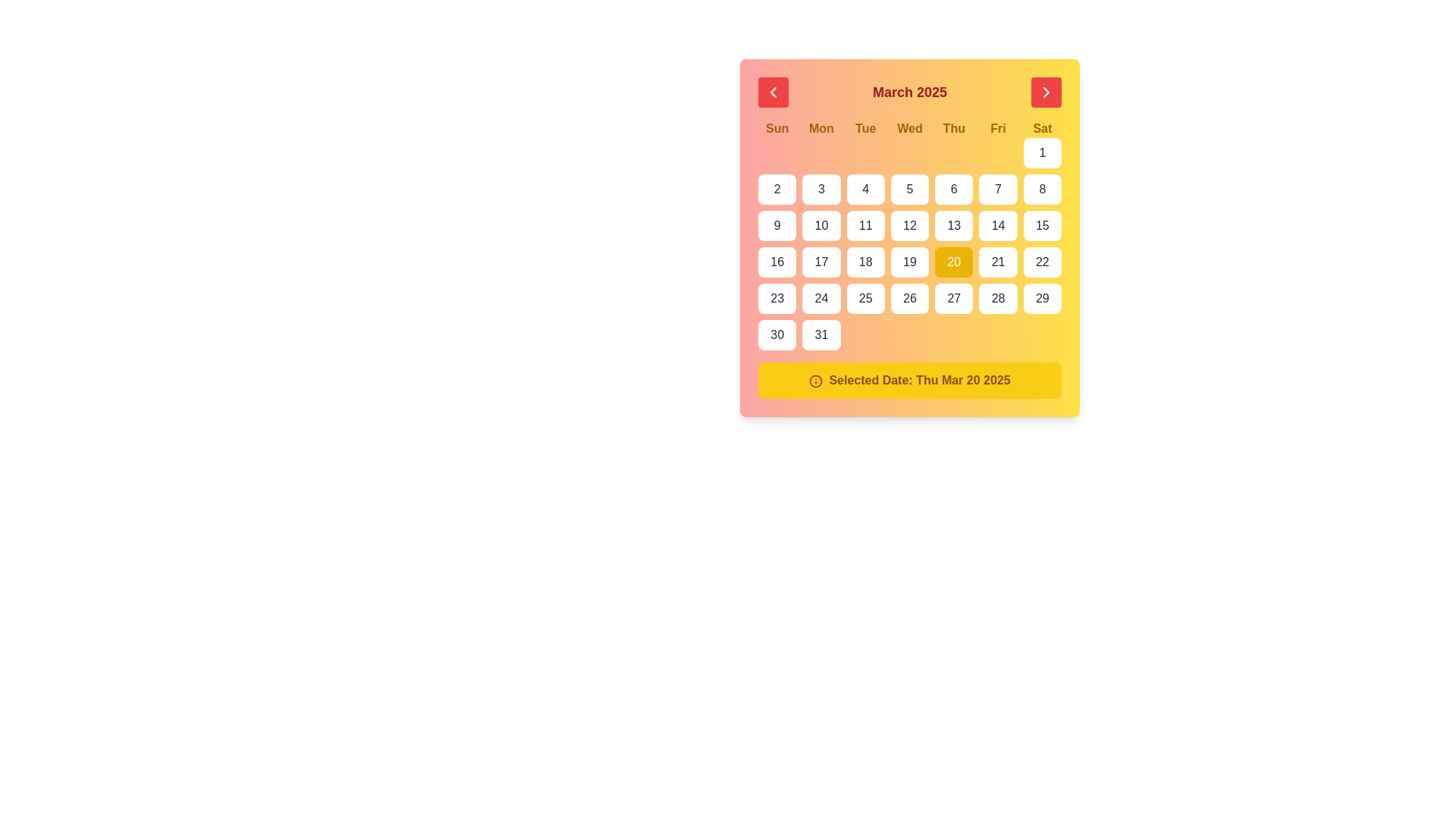  I want to click on the row displaying the weekday names ('Sun', 'Mon', 'Tue', 'Wed', 'Thu', 'Fri', 'Sat') located directly beneath the month header ('March 2025') in the calendar UI by clicking it, so click(910, 127).